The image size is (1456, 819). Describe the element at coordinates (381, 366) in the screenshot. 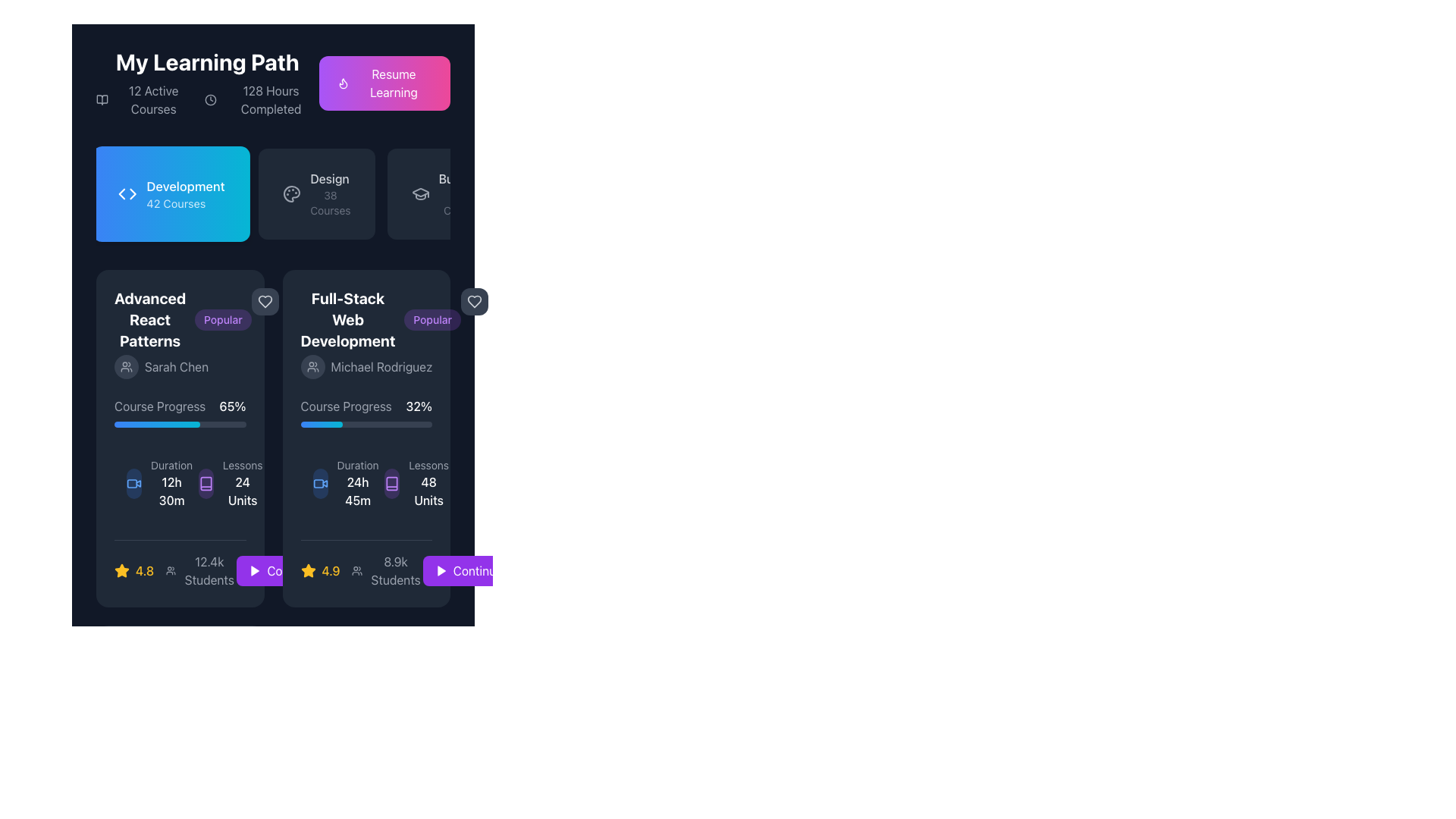

I see `the text label identifying the instructor associated with the 'Full-Stack Web Development' course, located in the second column of the course cards section, positioned below the icon and above the 'Course Progress' bar` at that location.